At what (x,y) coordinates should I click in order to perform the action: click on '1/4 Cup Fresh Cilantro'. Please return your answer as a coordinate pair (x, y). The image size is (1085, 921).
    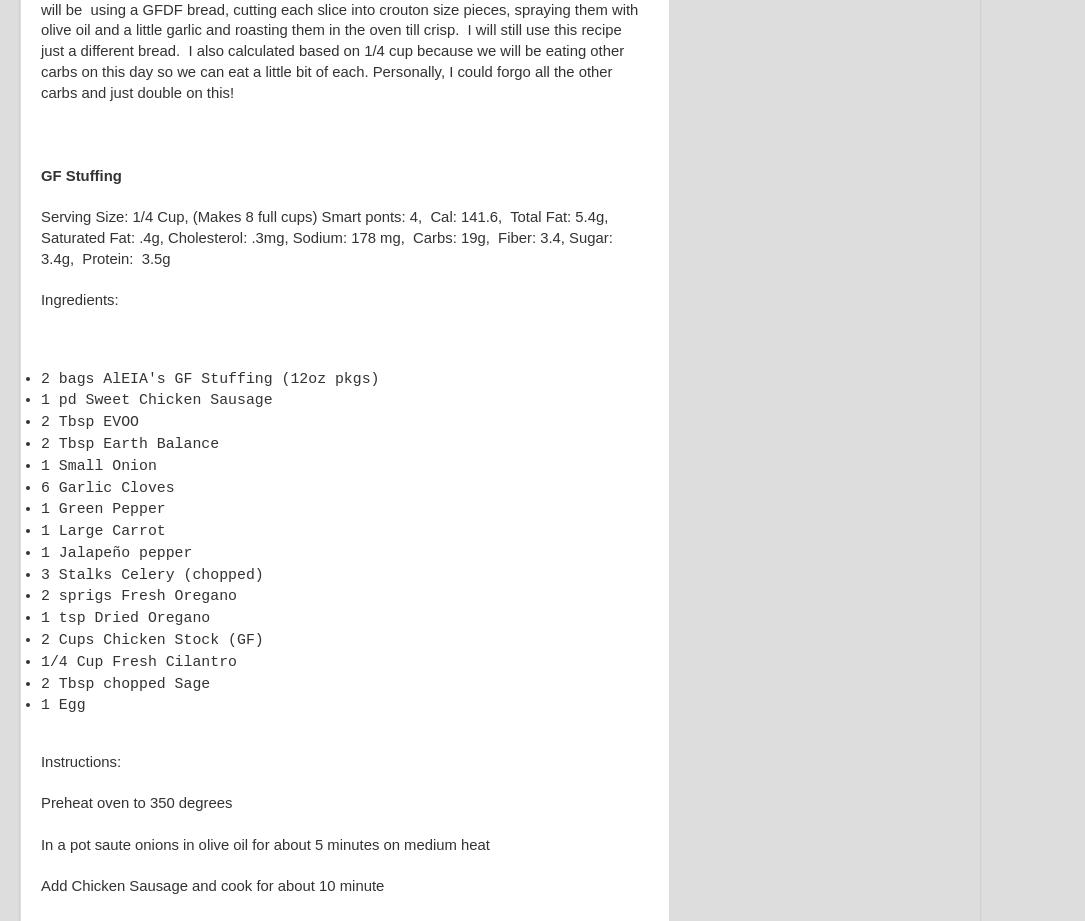
    Looking at the image, I should click on (137, 661).